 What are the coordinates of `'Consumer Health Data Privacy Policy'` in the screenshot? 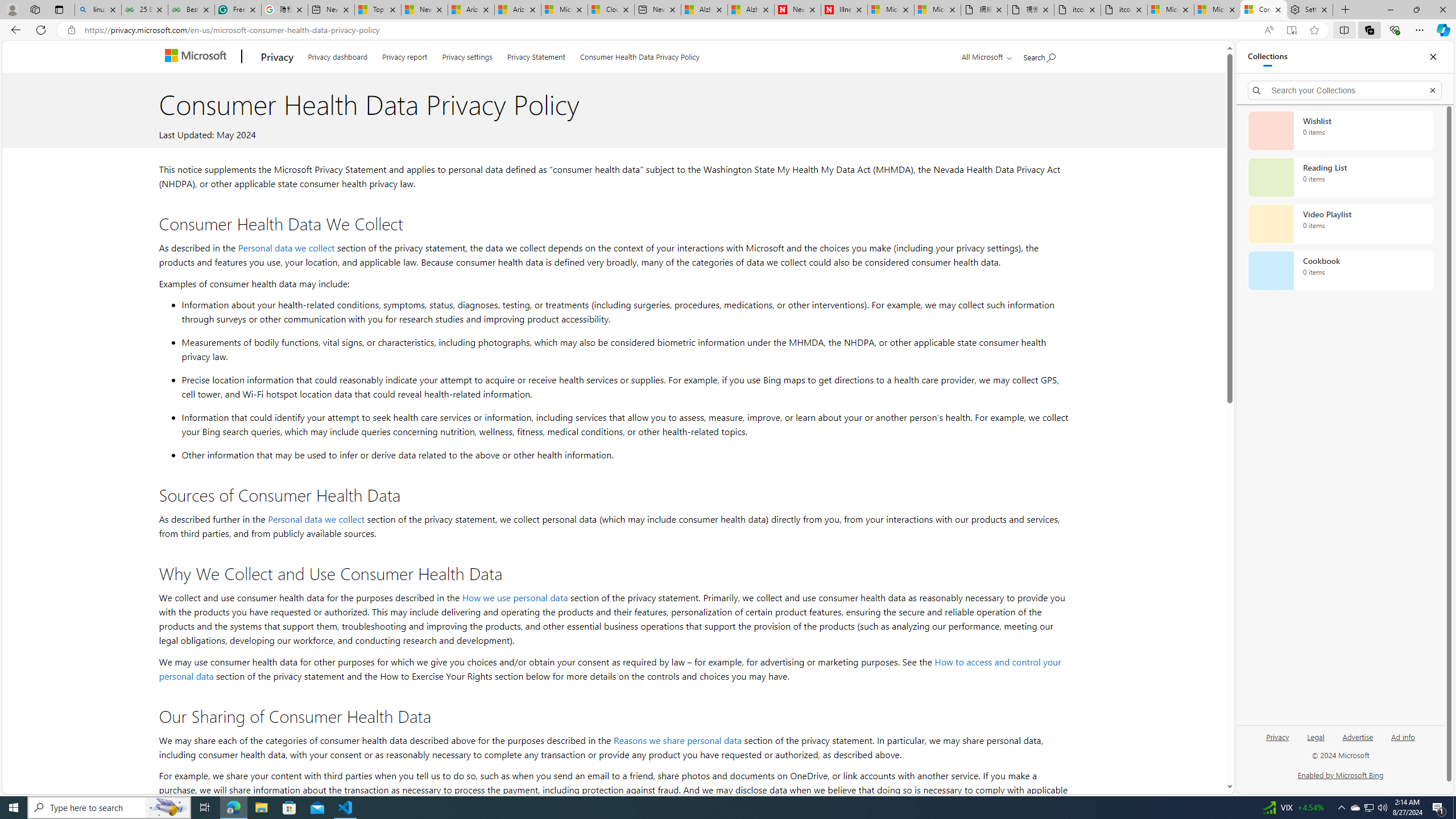 It's located at (640, 55).